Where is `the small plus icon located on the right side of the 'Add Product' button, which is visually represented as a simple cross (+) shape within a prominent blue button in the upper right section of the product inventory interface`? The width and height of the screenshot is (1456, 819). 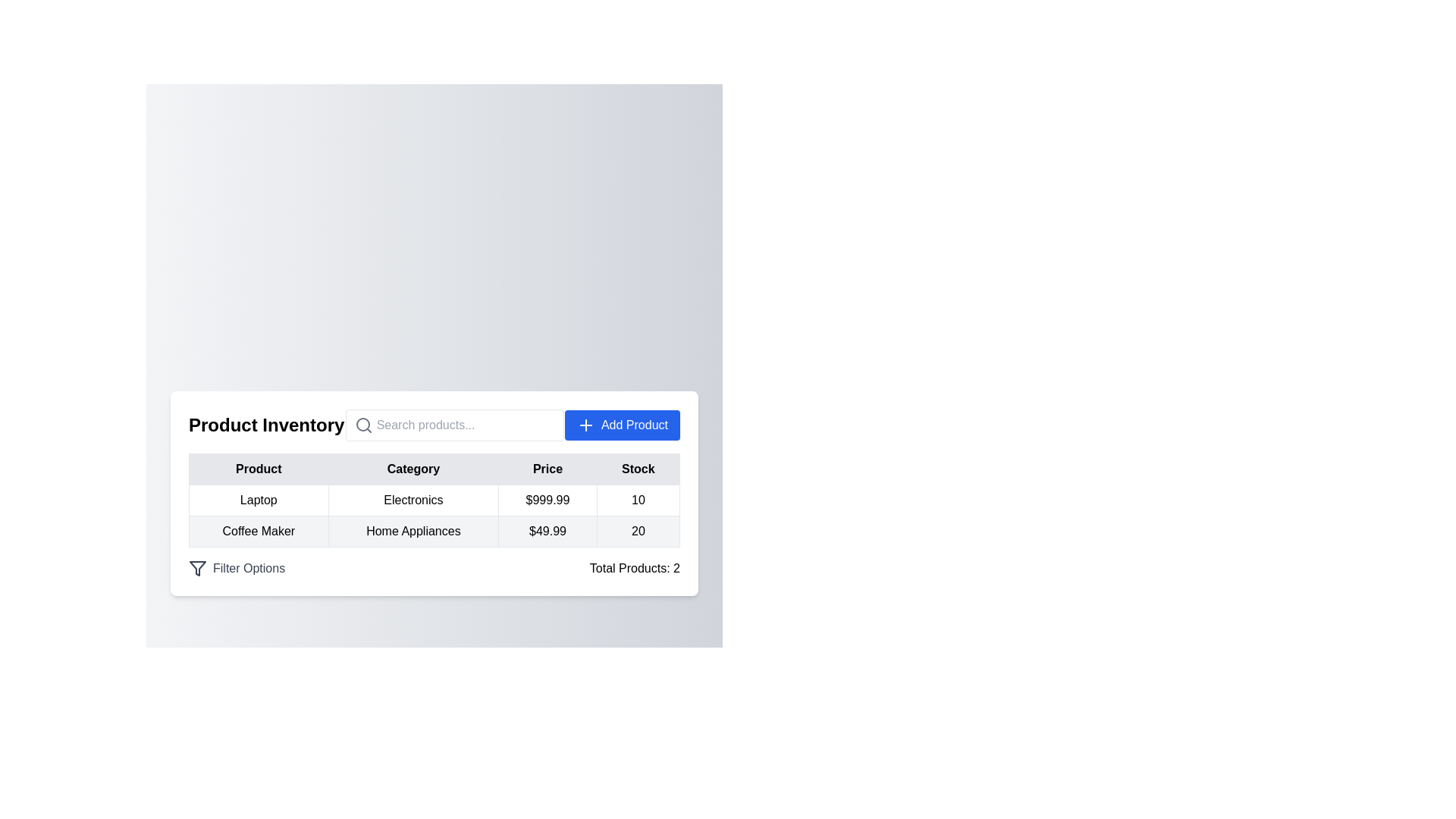
the small plus icon located on the right side of the 'Add Product' button, which is visually represented as a simple cross (+) shape within a prominent blue button in the upper right section of the product inventory interface is located at coordinates (585, 425).